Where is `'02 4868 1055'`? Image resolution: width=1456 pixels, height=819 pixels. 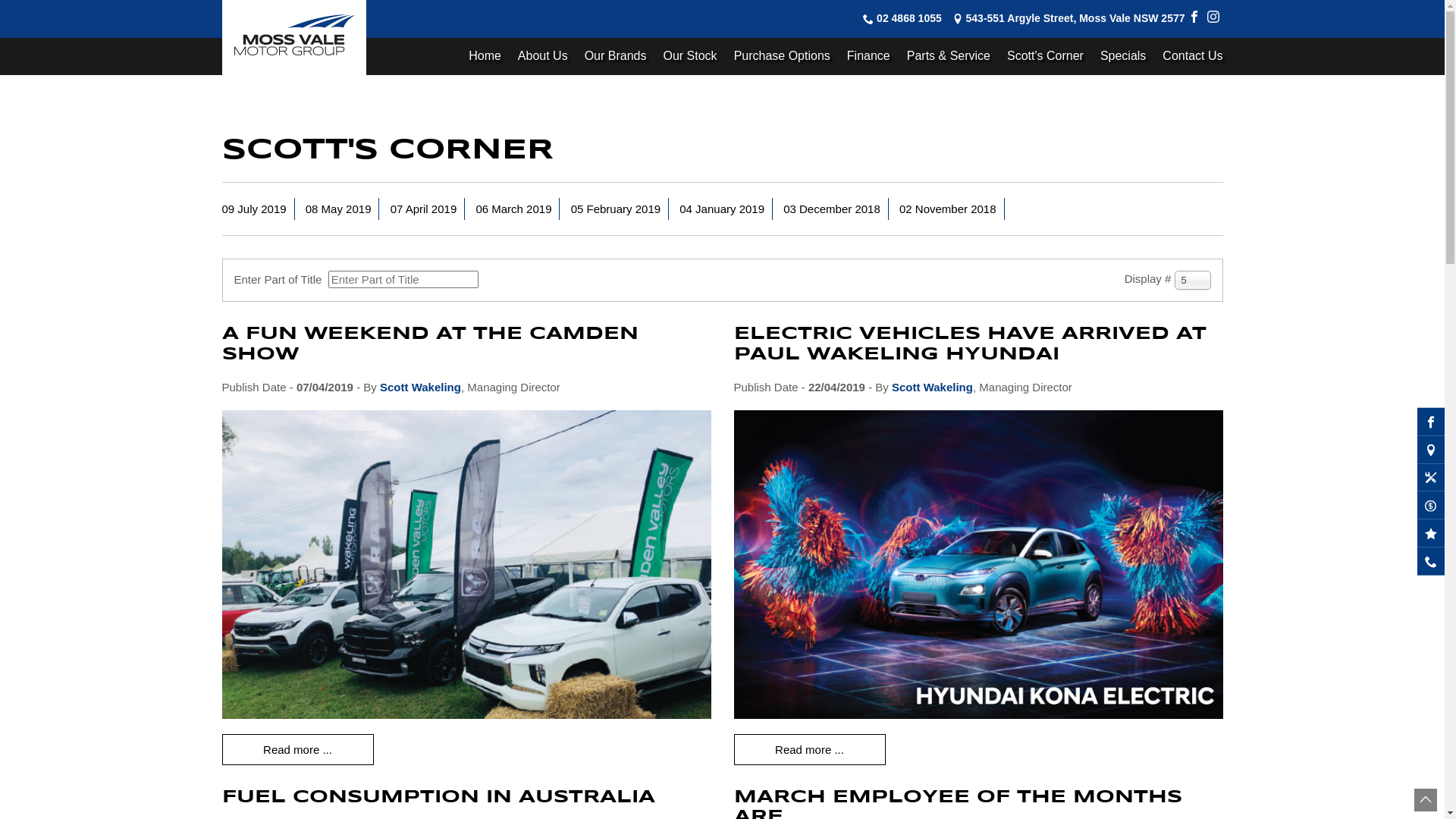
'02 4868 1055' is located at coordinates (909, 18).